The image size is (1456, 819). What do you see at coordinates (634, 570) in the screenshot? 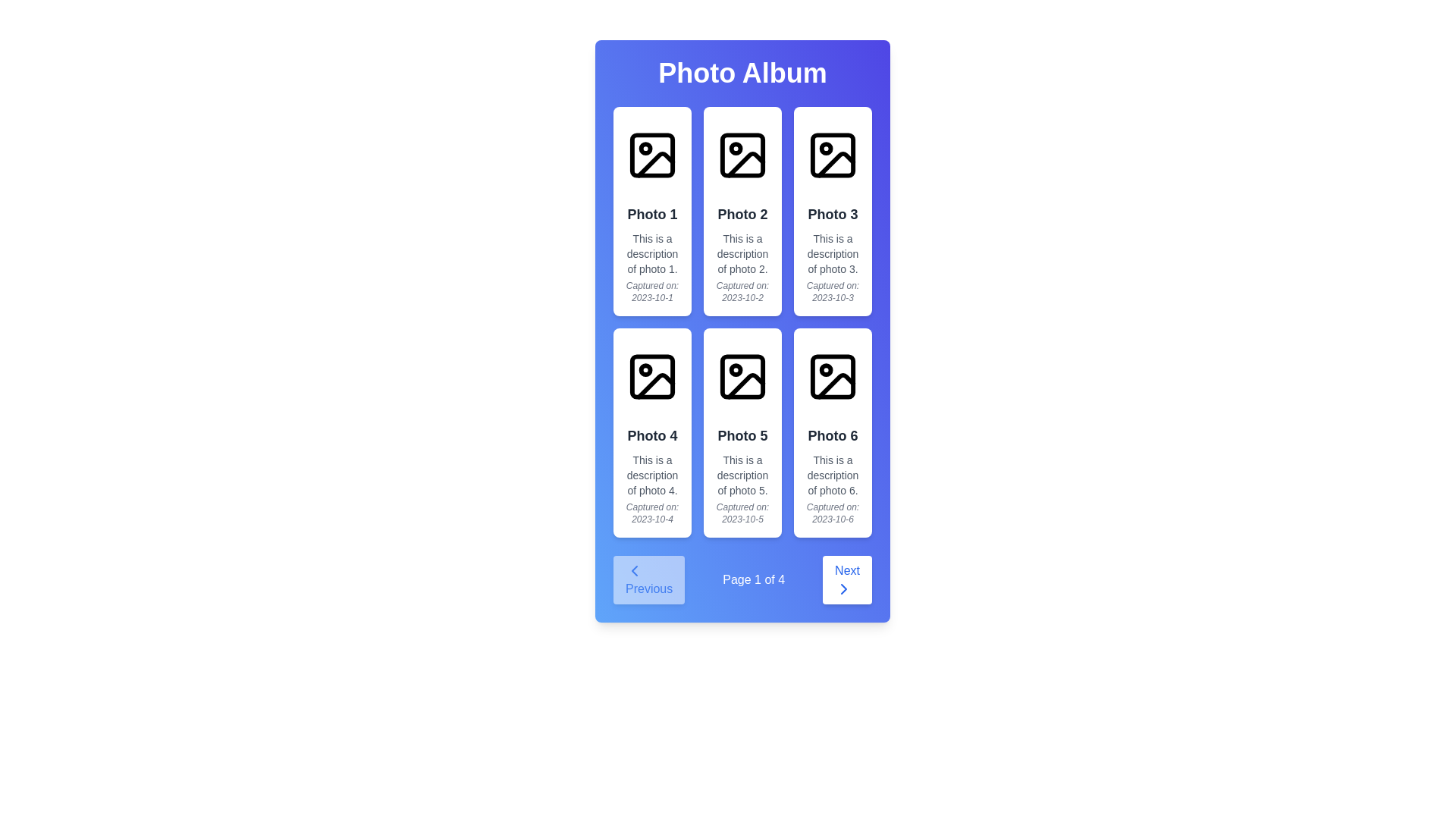
I see `the graphical navigation icon for the 'Previous' button located at the bottom-left corner of the main interface card to receive visual feedback indicating interactivity` at bounding box center [634, 570].